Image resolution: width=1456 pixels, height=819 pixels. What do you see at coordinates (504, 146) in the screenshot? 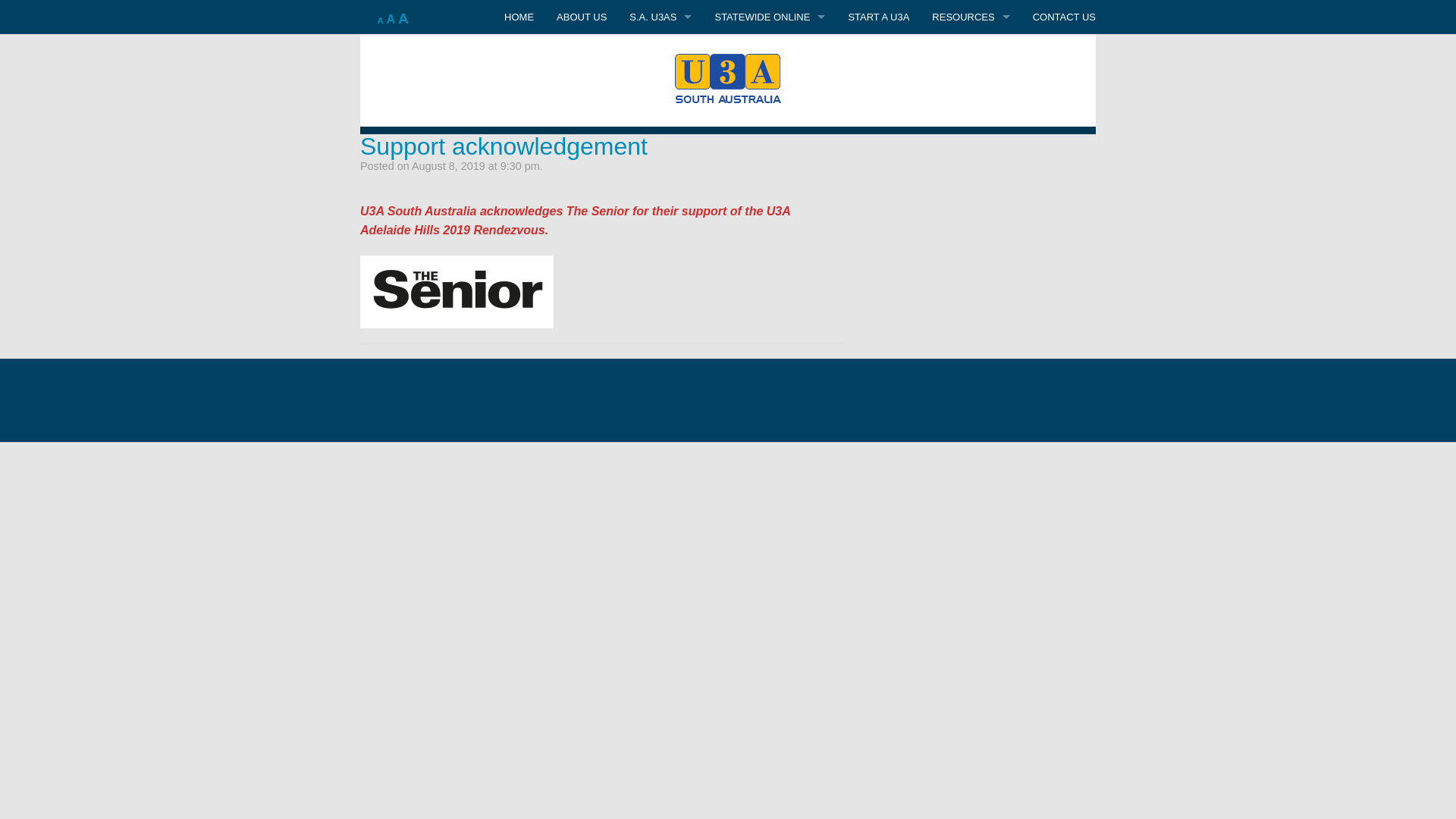
I see `'Support acknowledgement'` at bounding box center [504, 146].